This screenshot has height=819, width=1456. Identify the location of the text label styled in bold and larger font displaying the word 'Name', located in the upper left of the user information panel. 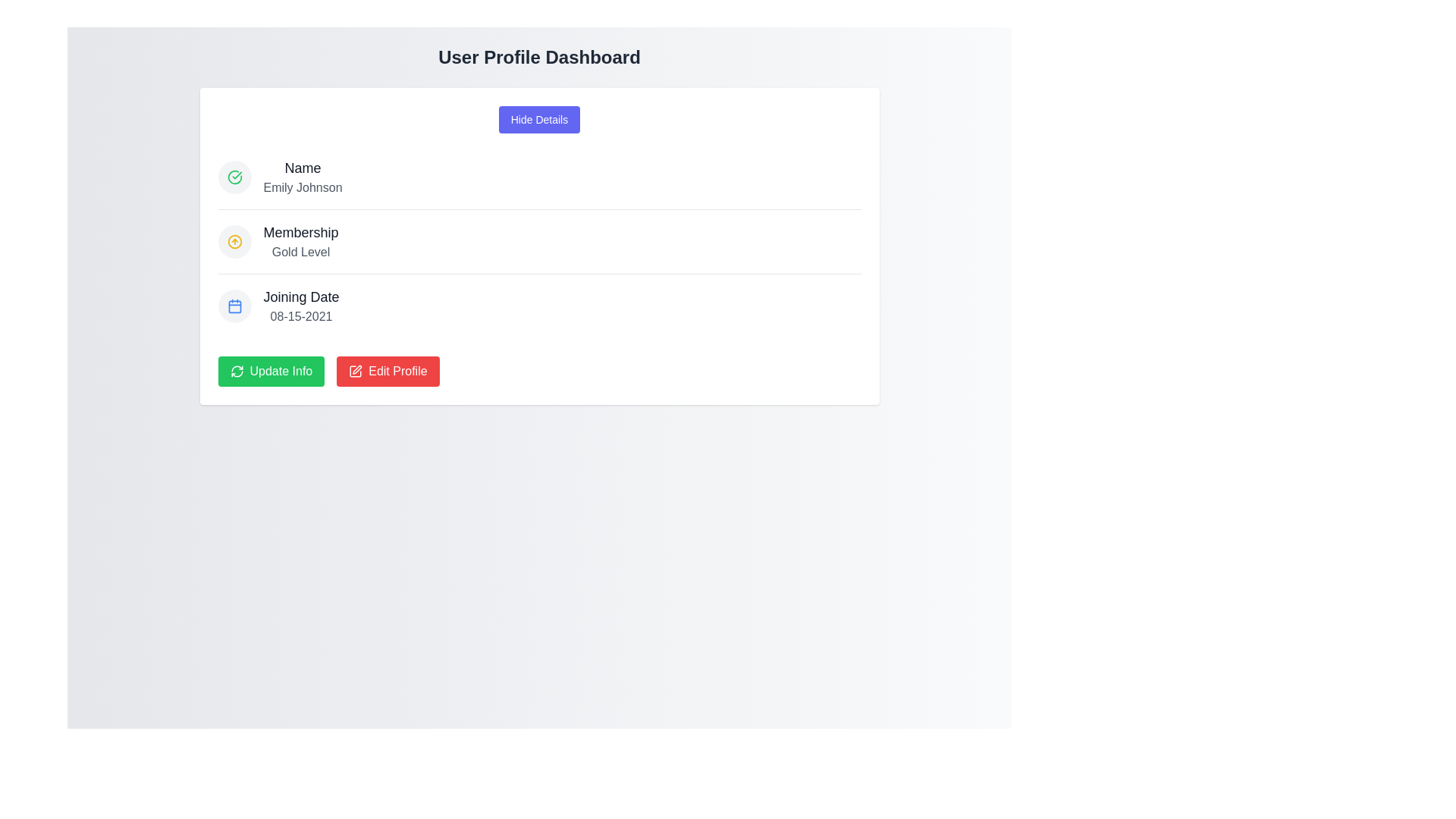
(303, 168).